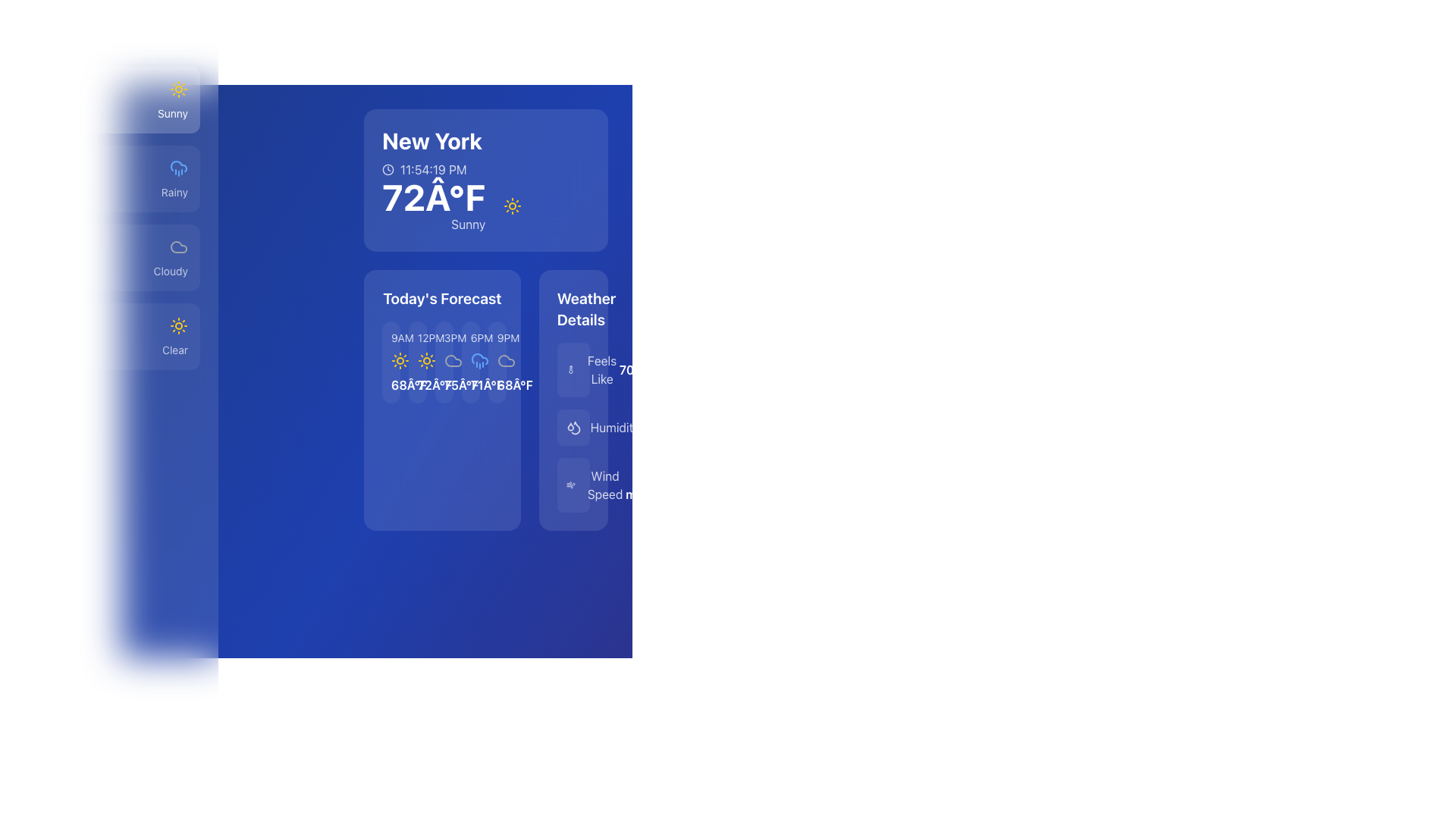 The width and height of the screenshot is (1456, 819). I want to click on the humidity icon, which is a small graphical representation of two droplets of water, located in the 'Weather Details' section, within the rounded rectangular segment labeled 'Humidity', so click(573, 427).